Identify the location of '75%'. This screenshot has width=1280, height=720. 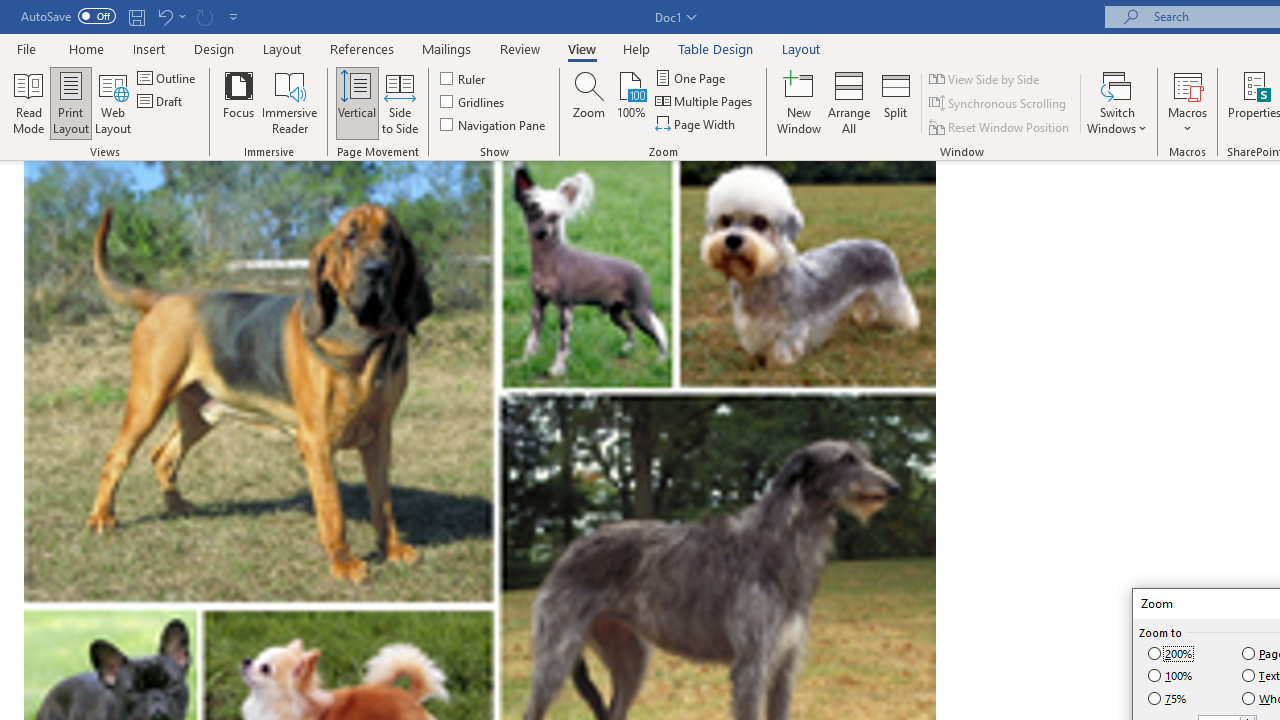
(1168, 698).